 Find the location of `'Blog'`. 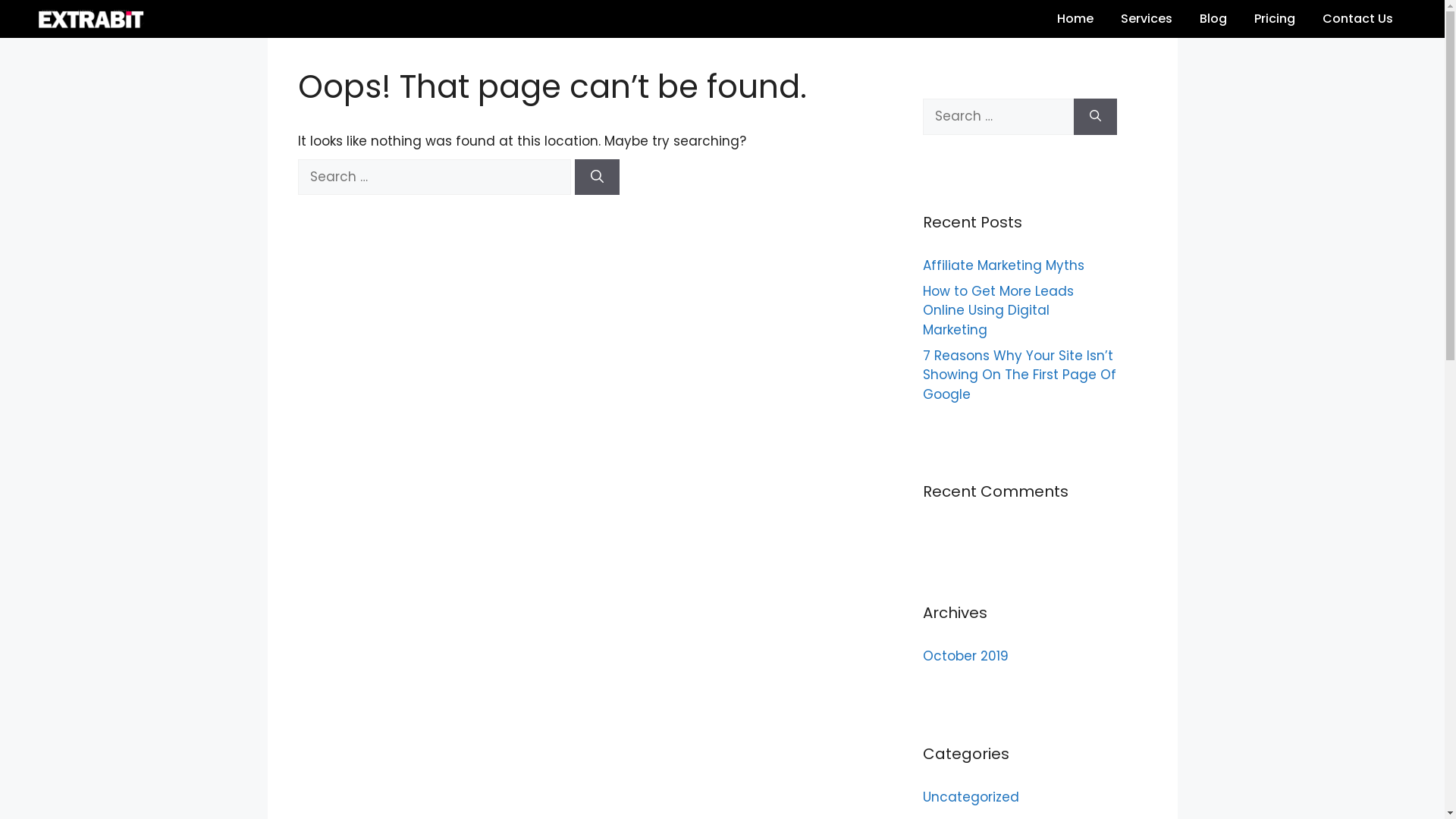

'Blog' is located at coordinates (1212, 18).